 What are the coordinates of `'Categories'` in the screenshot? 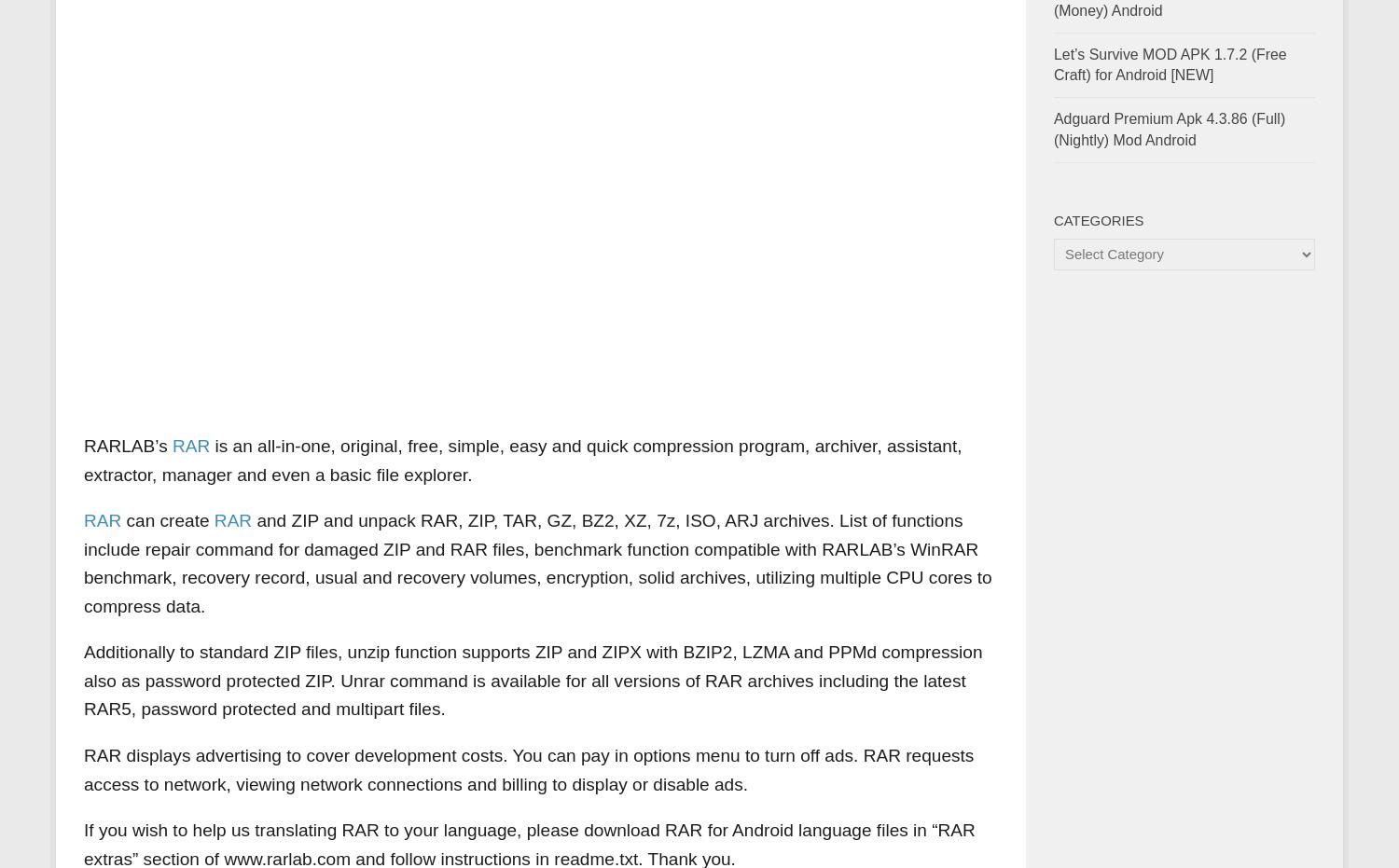 It's located at (1053, 220).